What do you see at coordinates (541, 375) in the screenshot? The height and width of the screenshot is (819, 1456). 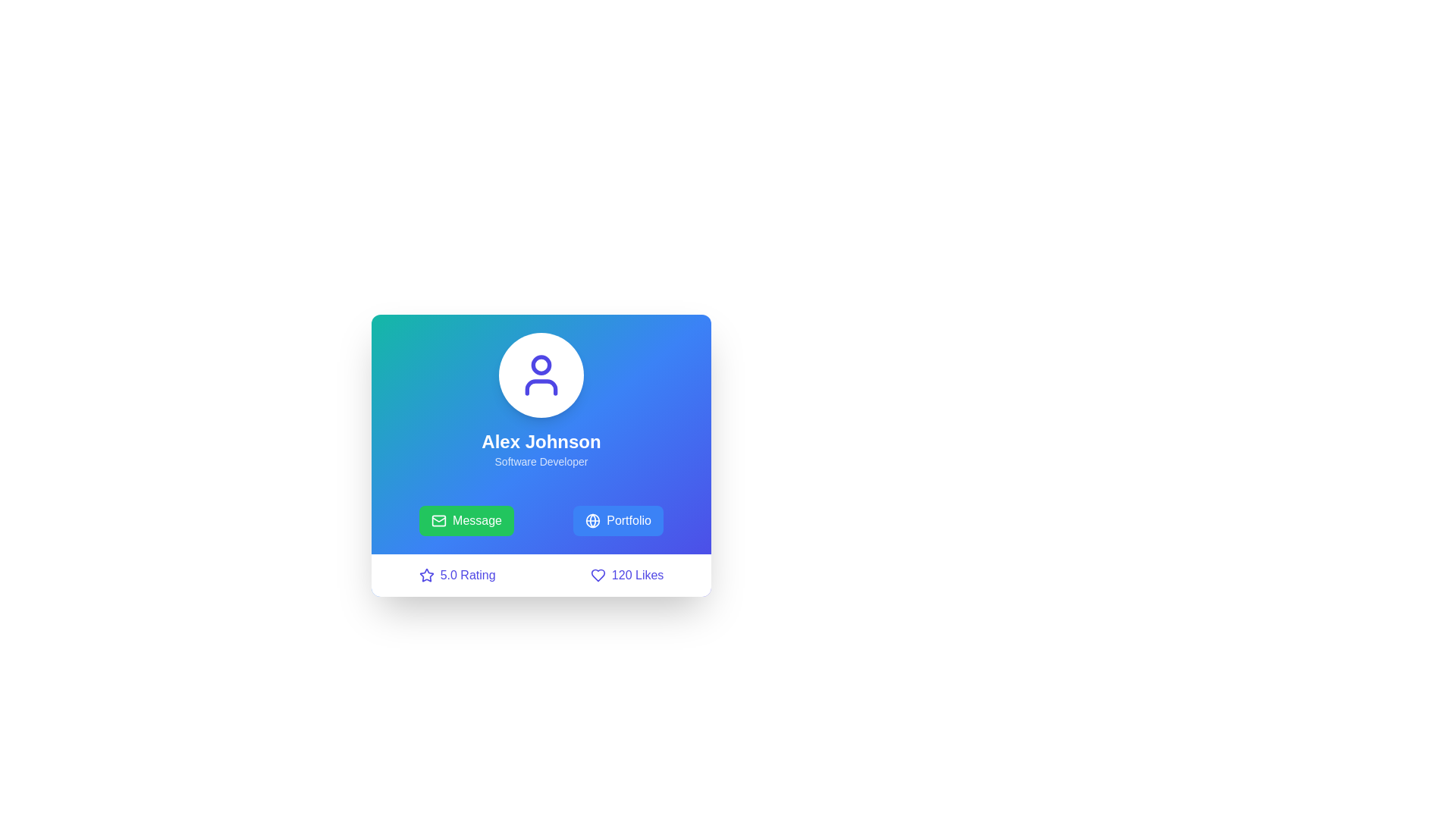 I see `the user profile icon, which is a bold purple icon of a circular head shape with shoulders, located at the top-center of a rectangular card with a white background` at bounding box center [541, 375].